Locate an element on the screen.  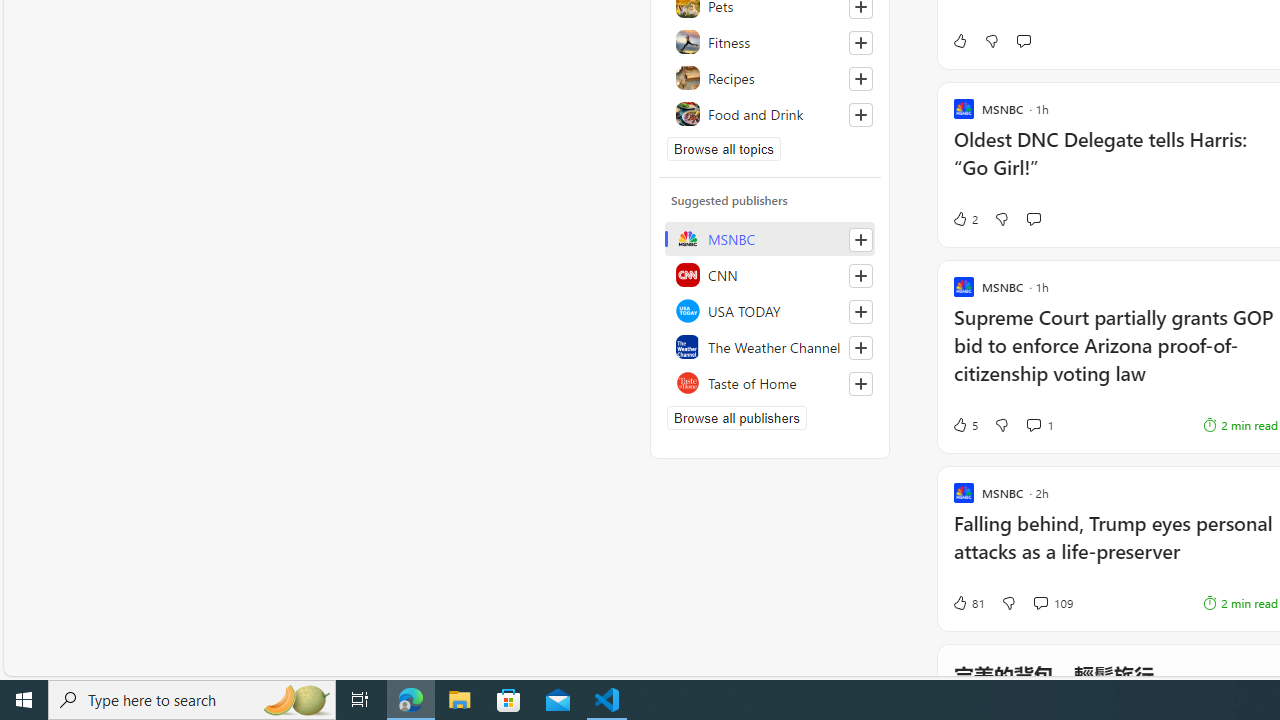
'Taste of Home' is located at coordinates (769, 383).